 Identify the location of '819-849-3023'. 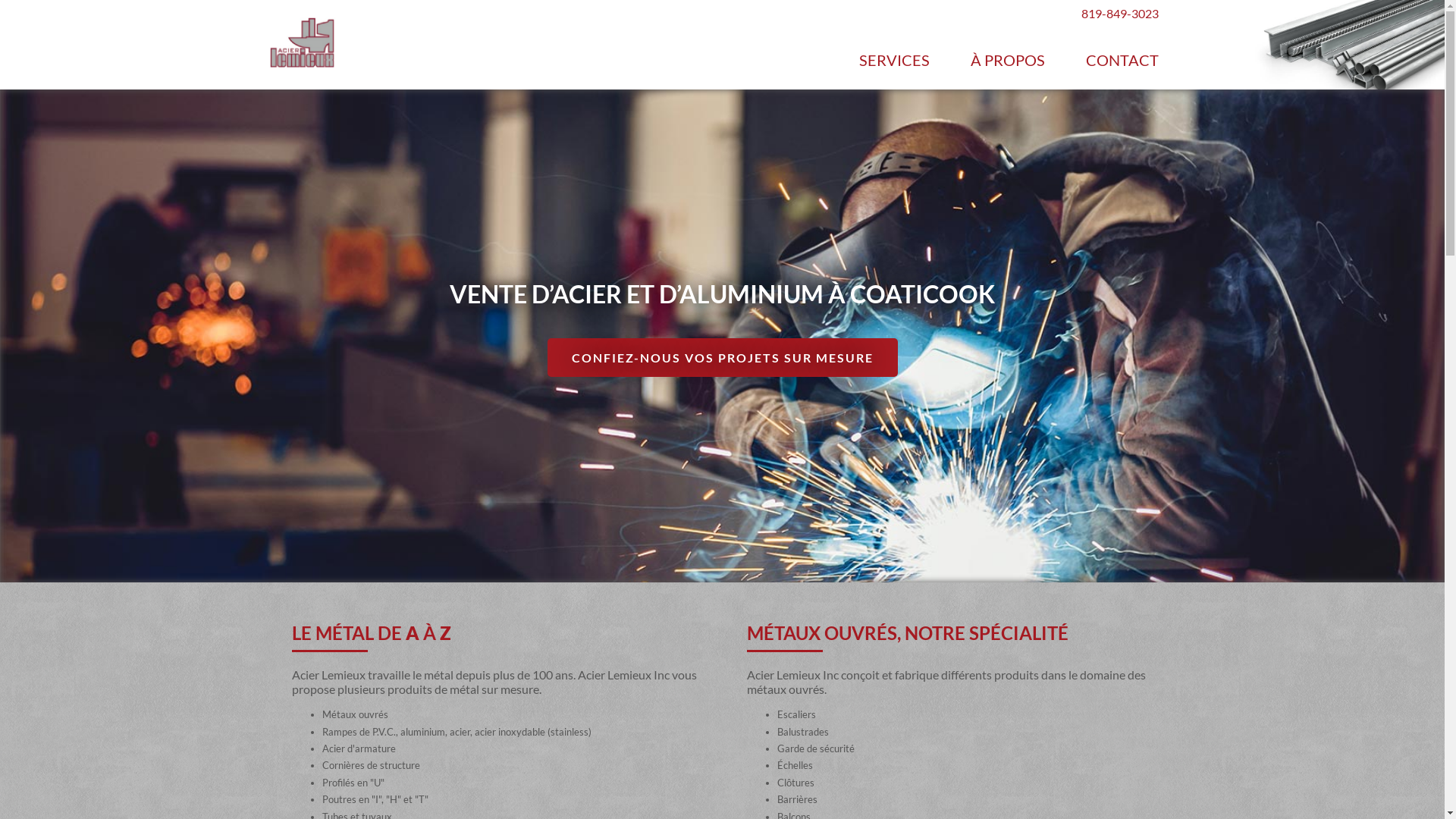
(1120, 12).